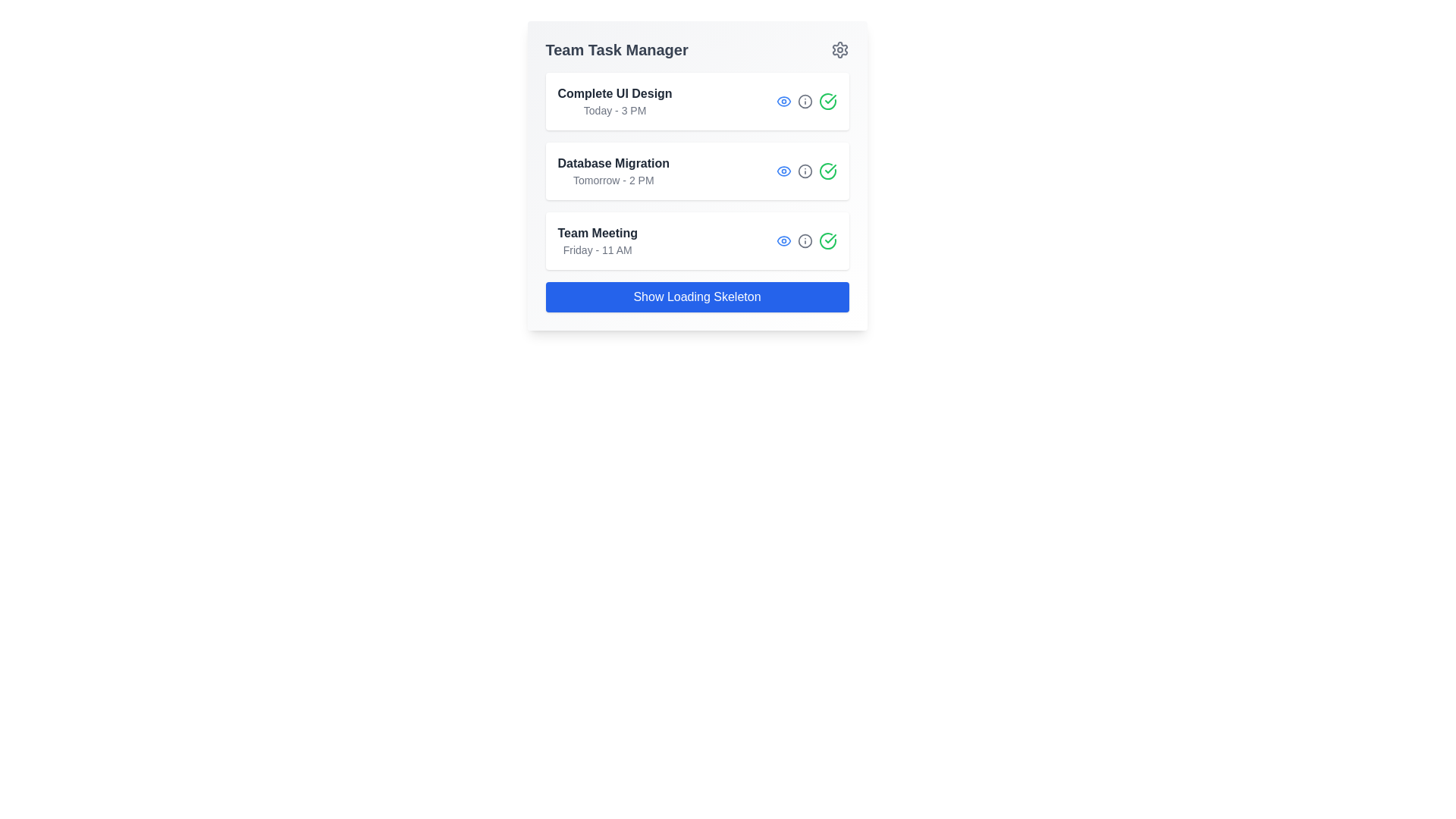  What do you see at coordinates (783, 102) in the screenshot?
I see `the blue eye-shaped icon button at the top section of the 'Complete UI Design' task card` at bounding box center [783, 102].